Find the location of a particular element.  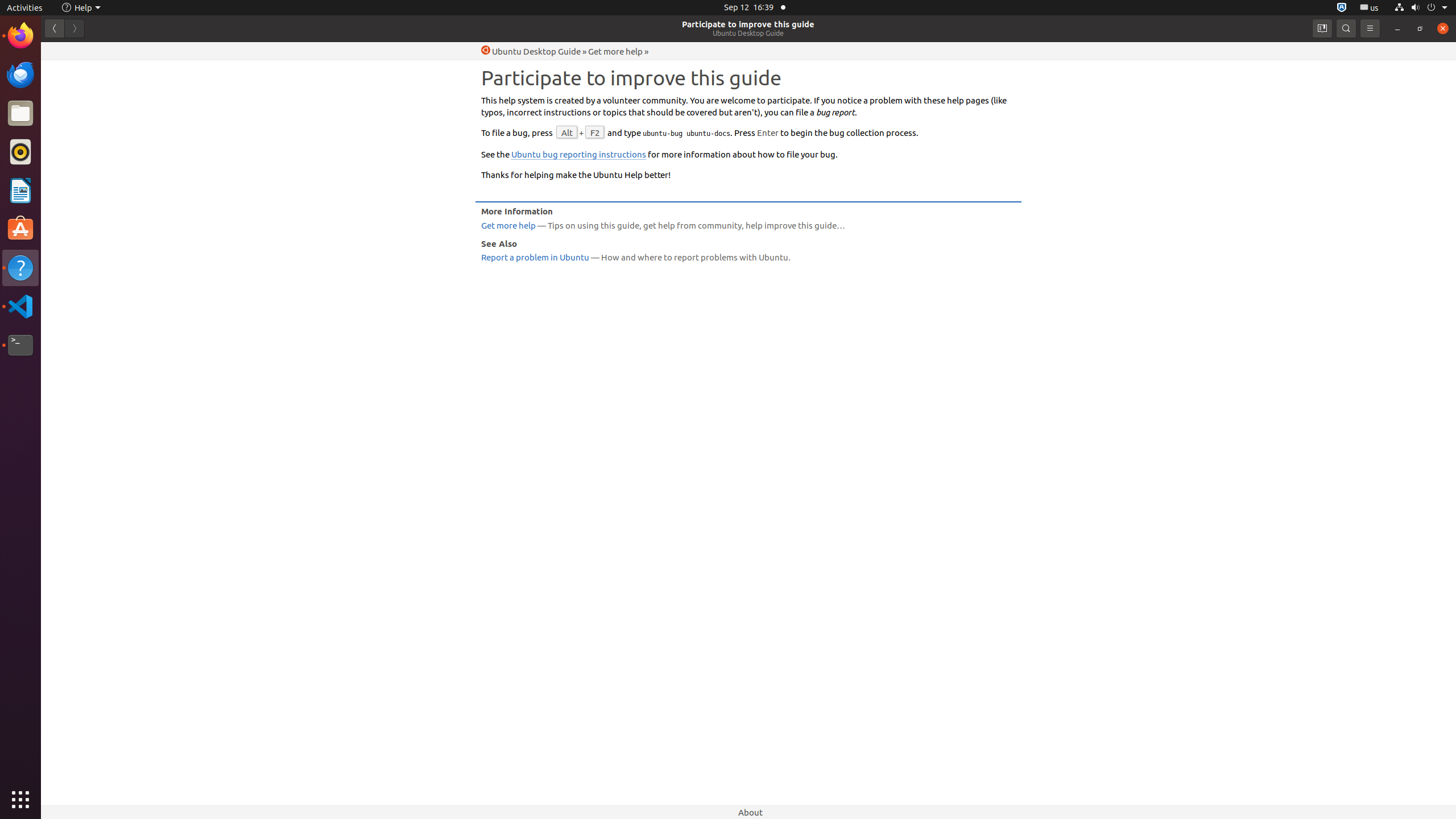

'Close' is located at coordinates (1442, 28).